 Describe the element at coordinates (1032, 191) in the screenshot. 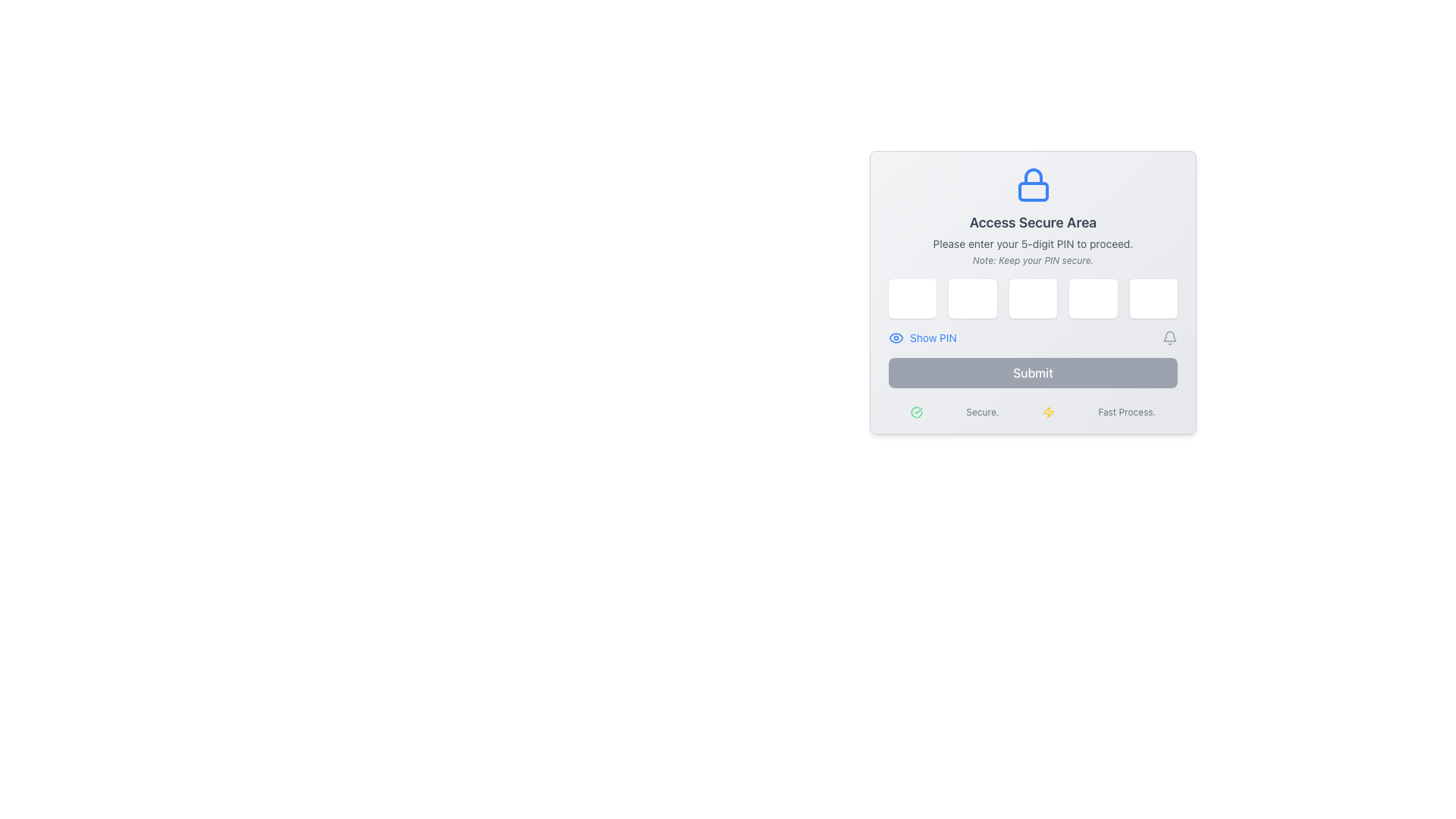

I see `the decorative lock icon graphic component located above the 'Access Secure Area' heading, positioned centrally within the lock's body` at that location.